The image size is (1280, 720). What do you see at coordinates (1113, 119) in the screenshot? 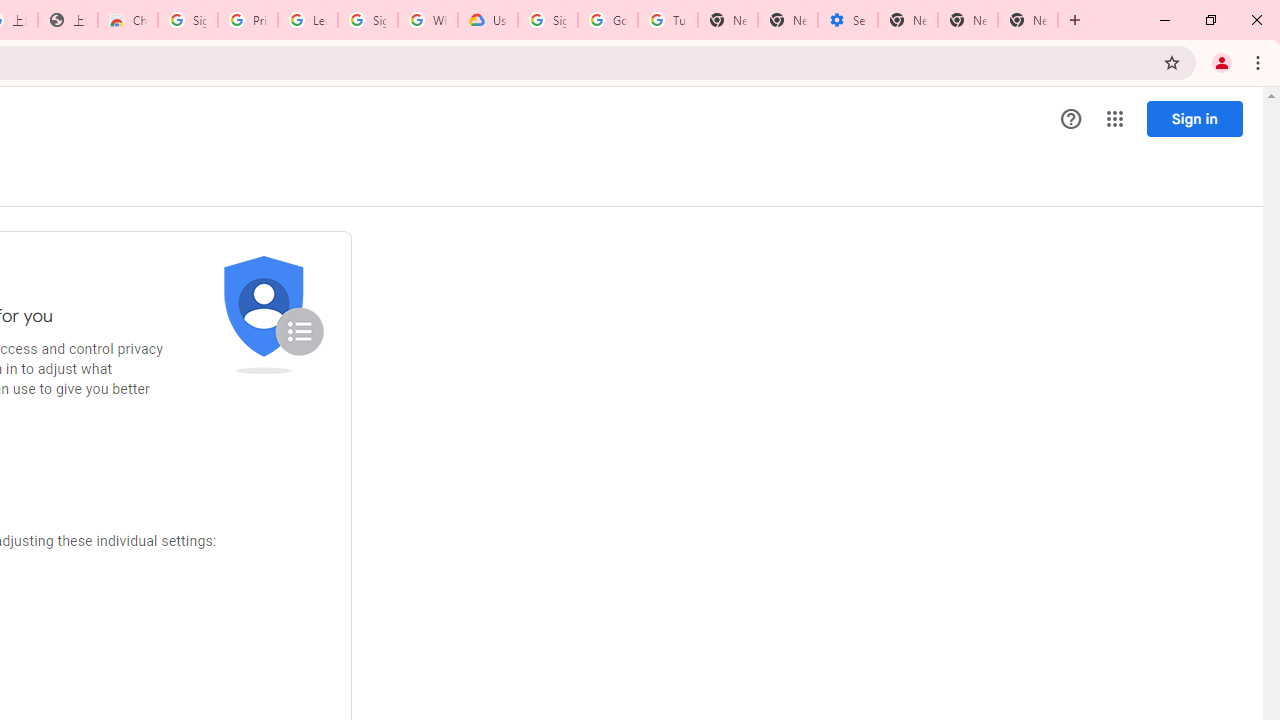
I see `'Google apps'` at bounding box center [1113, 119].